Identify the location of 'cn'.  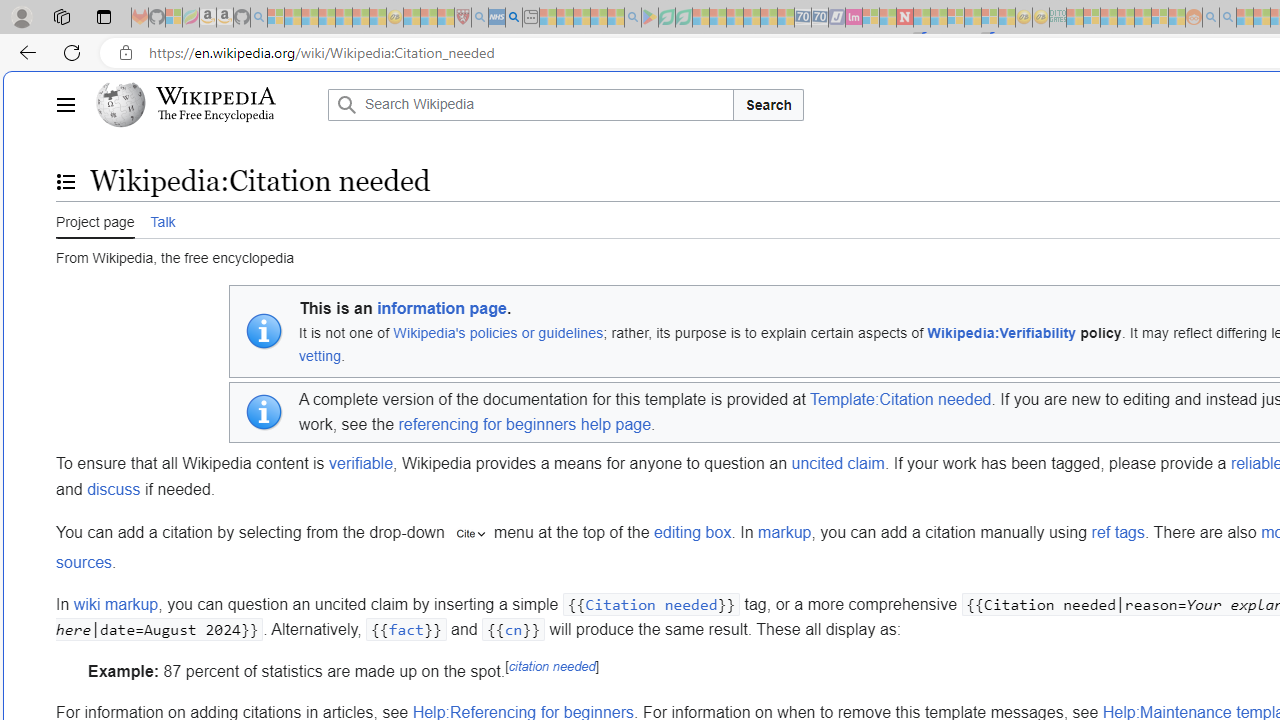
(513, 630).